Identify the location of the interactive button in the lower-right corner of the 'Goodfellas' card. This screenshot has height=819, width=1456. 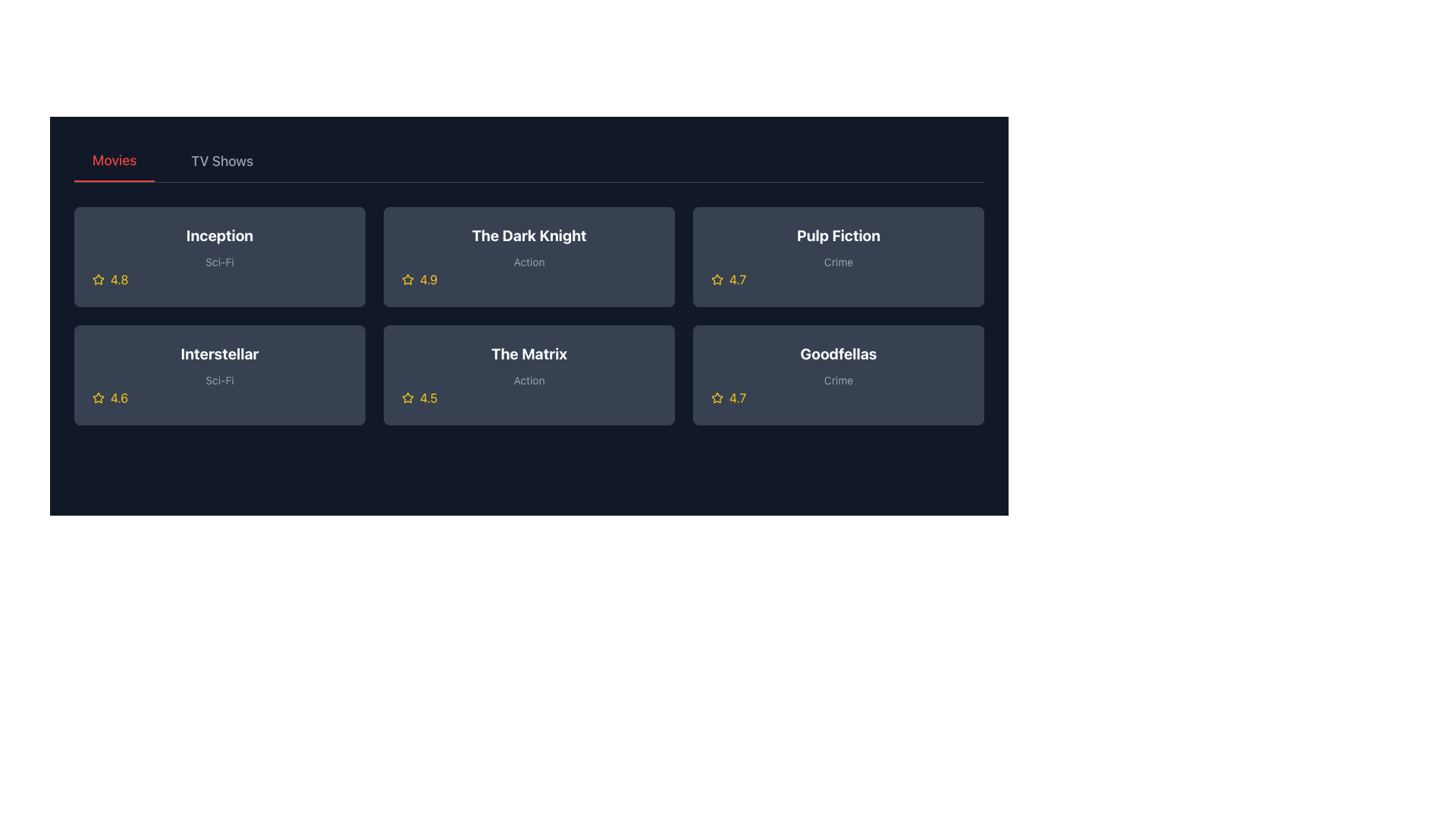
(887, 375).